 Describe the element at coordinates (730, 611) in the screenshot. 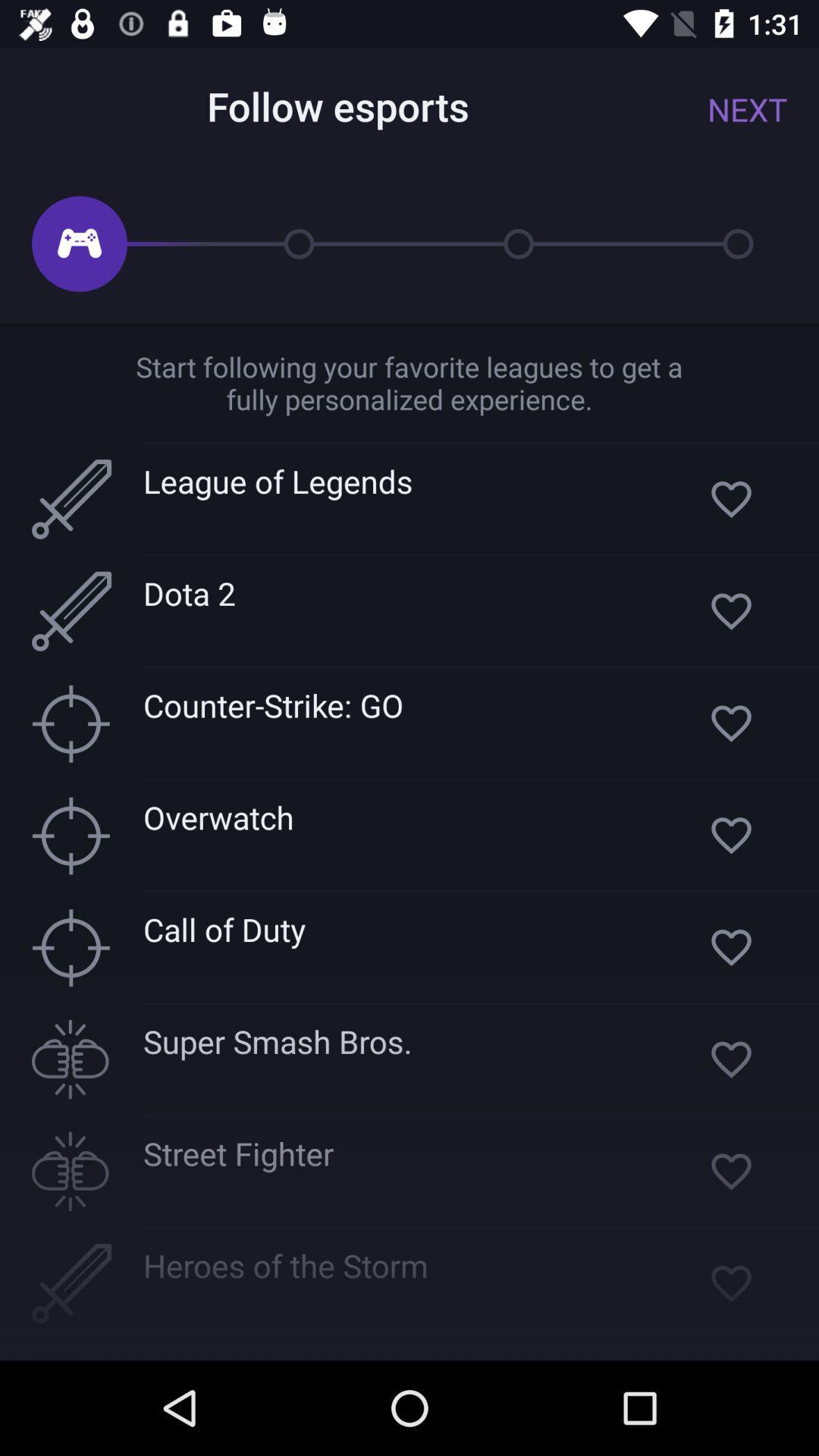

I see `the heart icon at right side of dota 2` at that location.